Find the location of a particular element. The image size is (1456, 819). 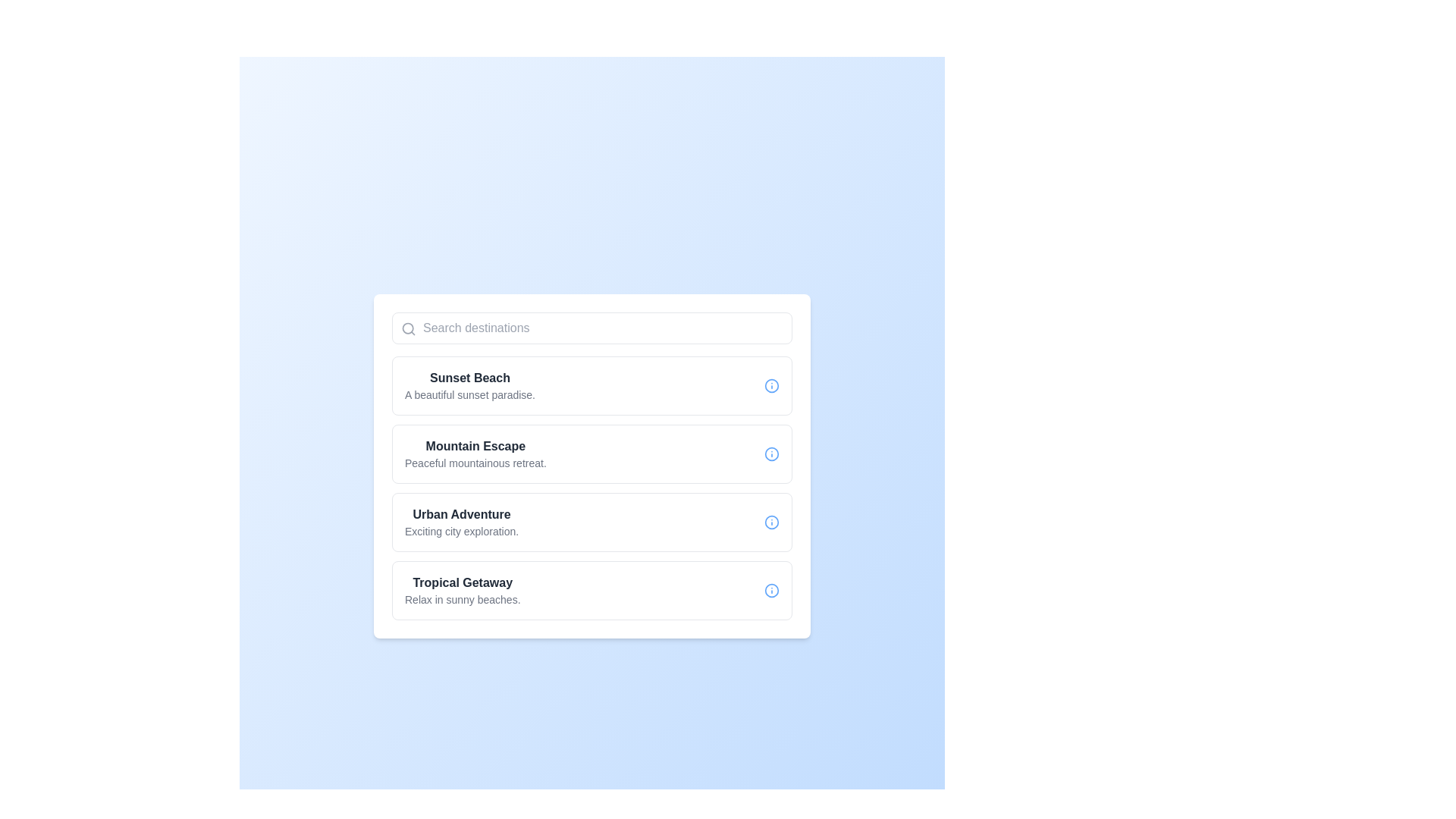

the fourth icon in the vertical list related to 'Tropical Getaway' is located at coordinates (771, 590).